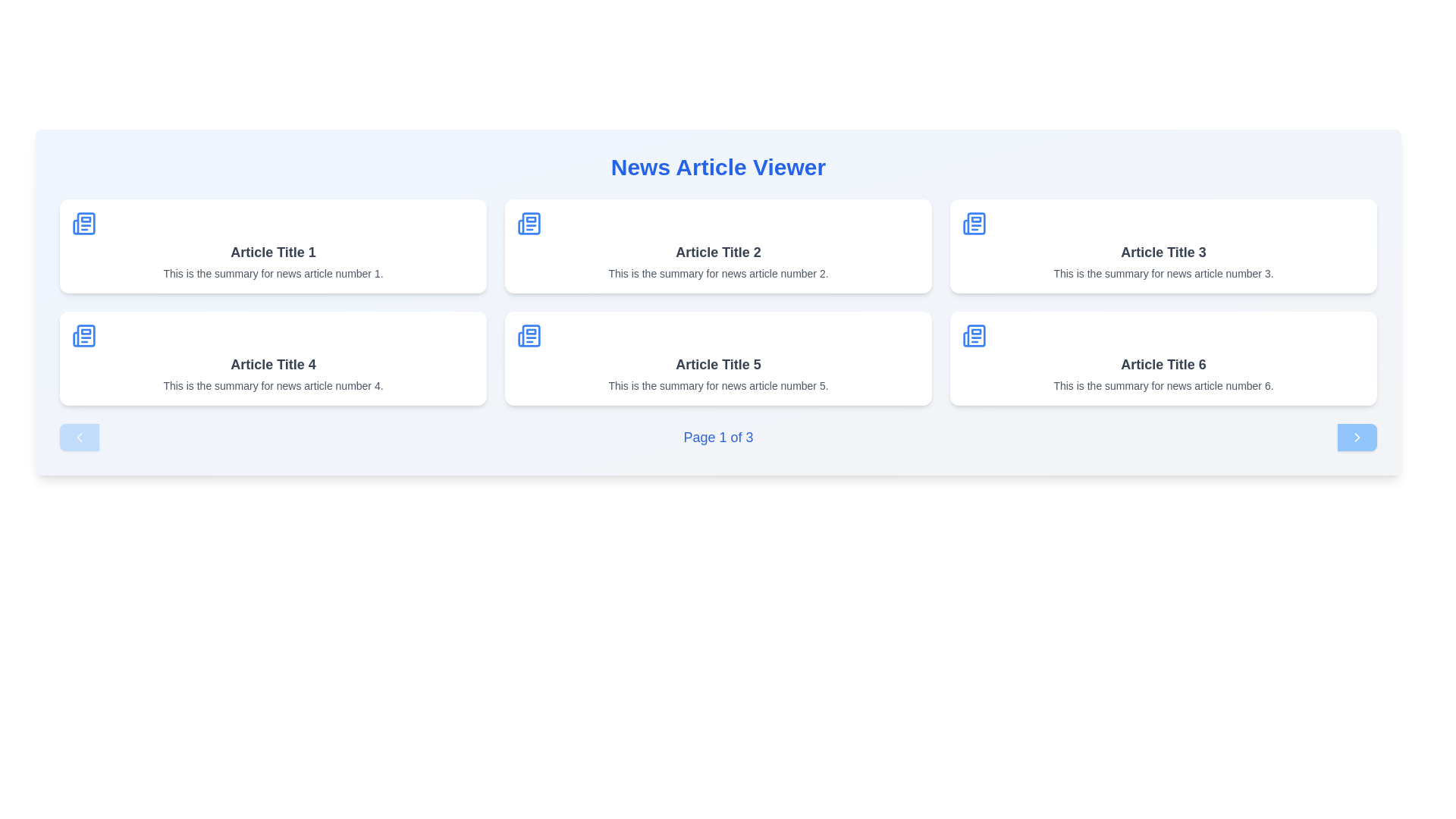  Describe the element at coordinates (1163, 245) in the screenshot. I see `summary text from the article preview card located in the first row, third column of the grid layout` at that location.